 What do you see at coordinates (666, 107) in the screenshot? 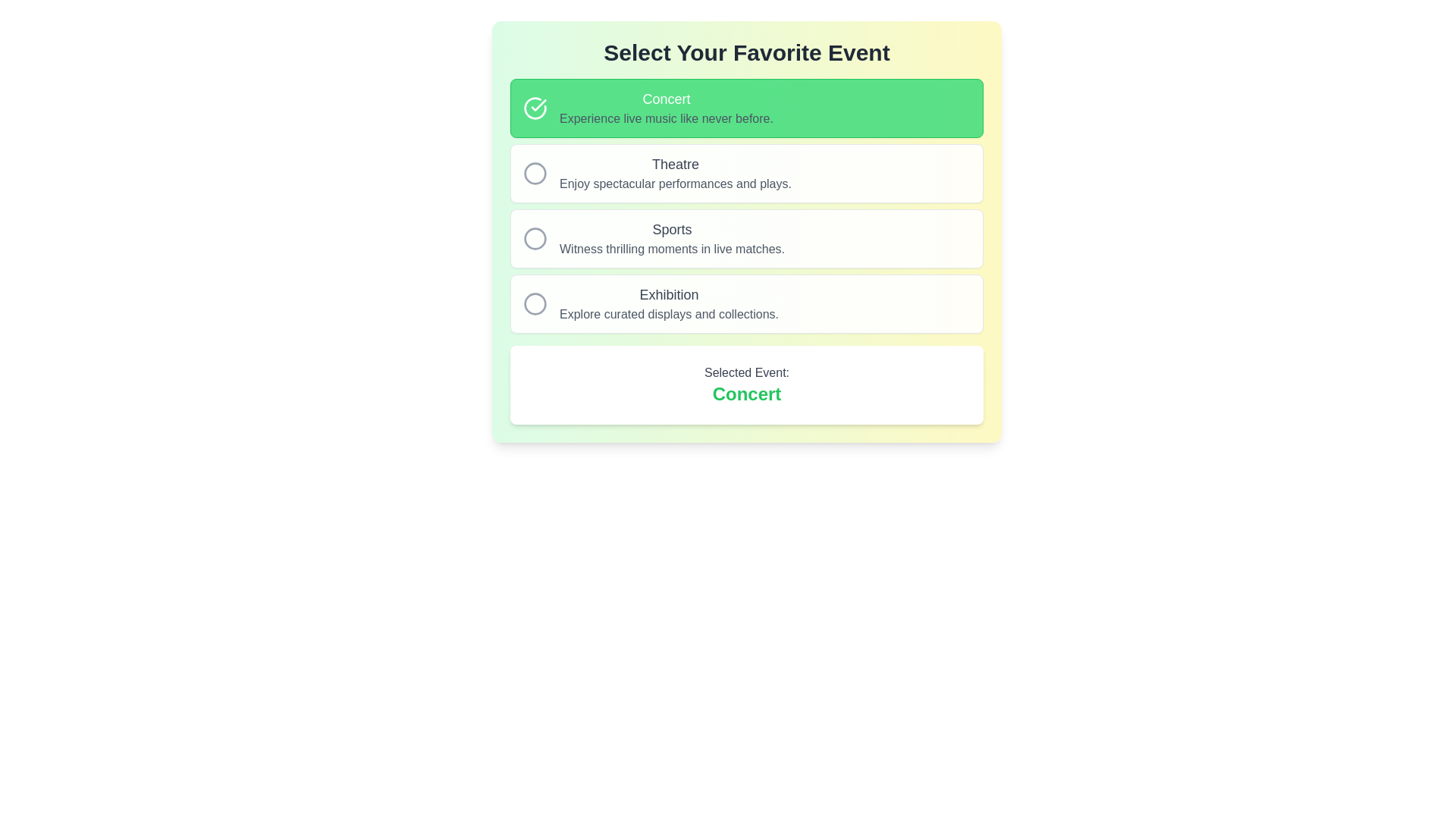
I see `the static informational text element that contains the text 'Concert Experience live music like never before.' within a vibrant green box, indicating the selected option` at bounding box center [666, 107].